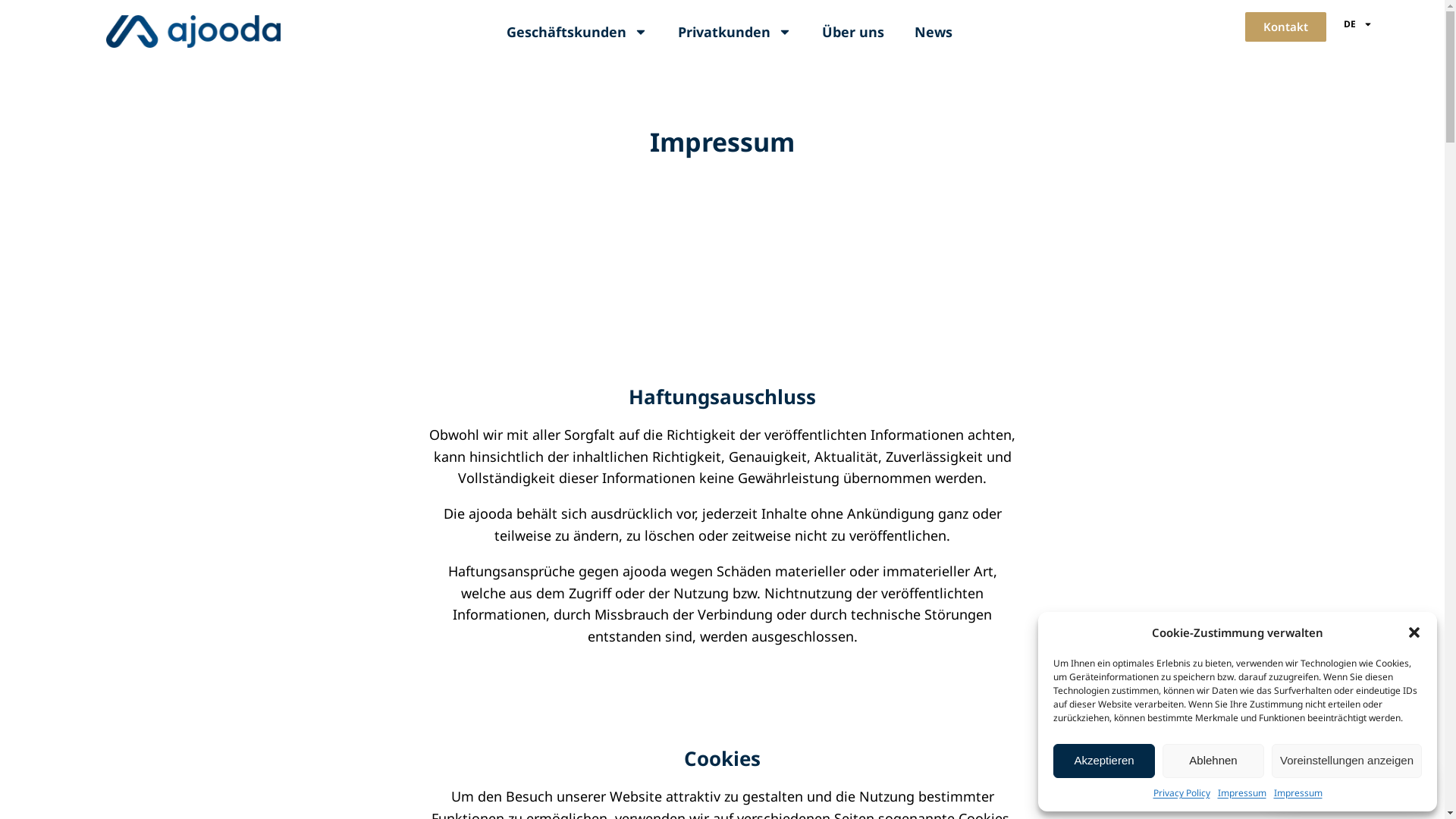  I want to click on 'Impressum', so click(1241, 792).